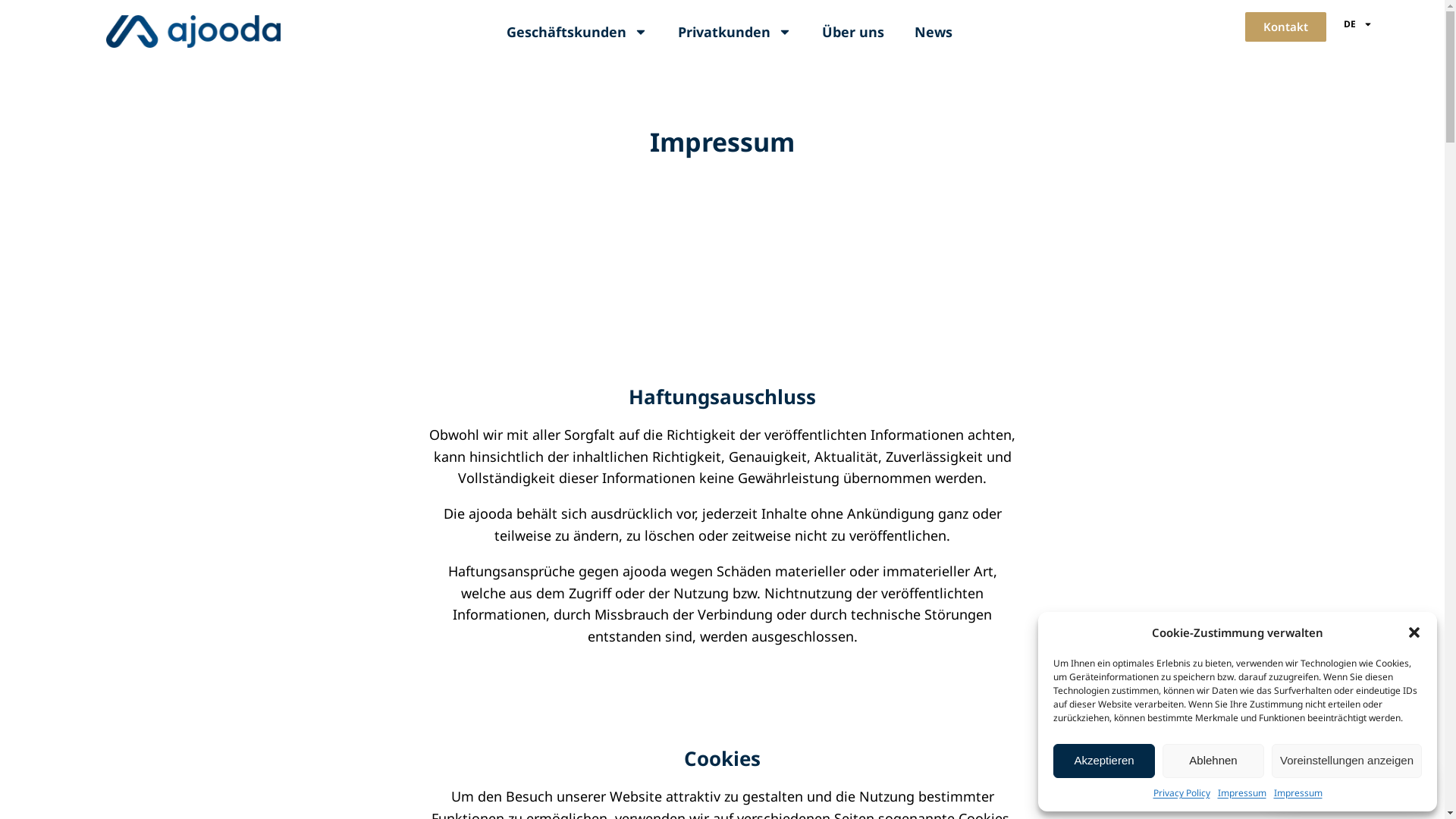  I want to click on 'Impressum', so click(1241, 792).